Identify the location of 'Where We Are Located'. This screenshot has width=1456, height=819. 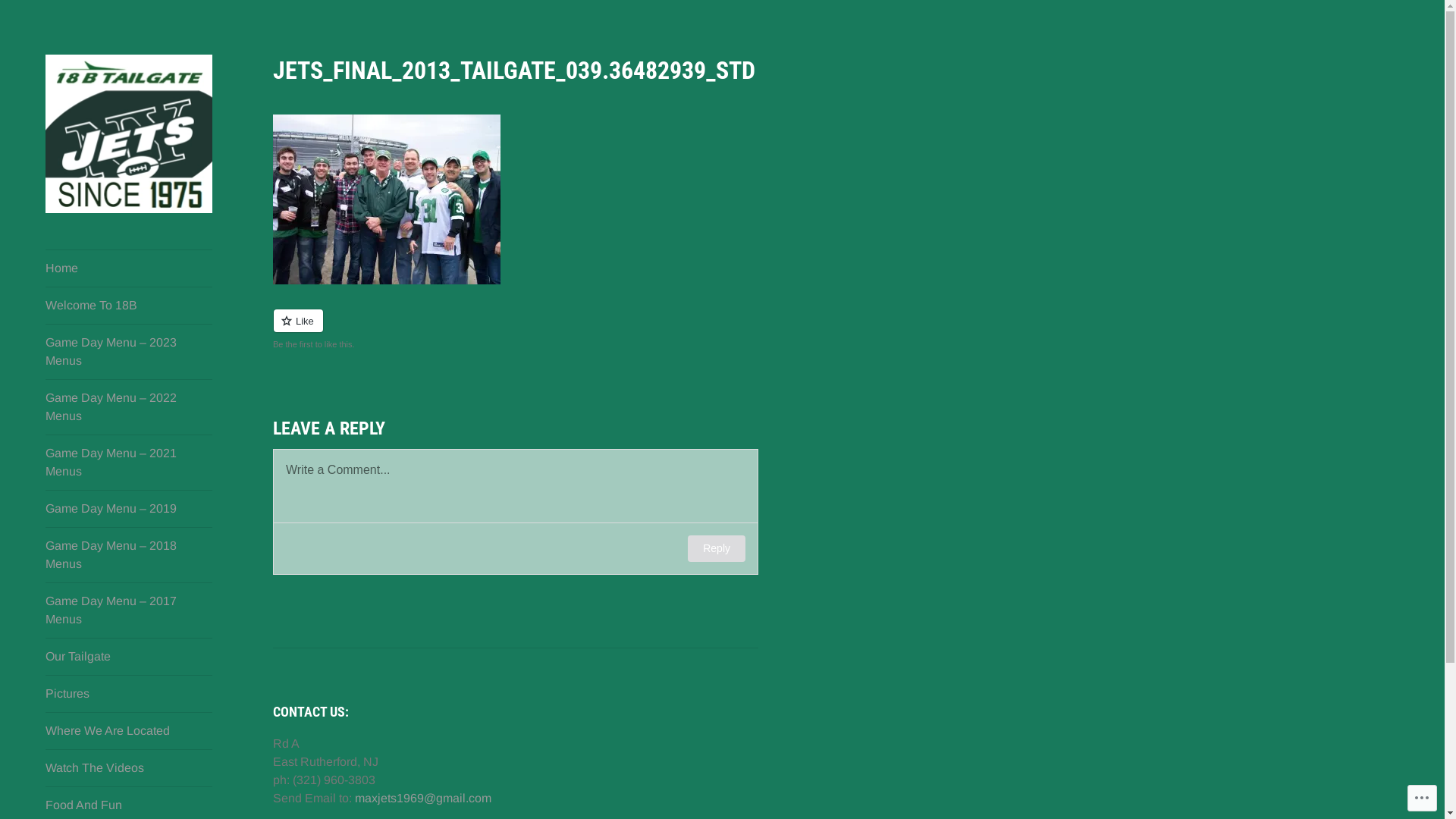
(45, 730).